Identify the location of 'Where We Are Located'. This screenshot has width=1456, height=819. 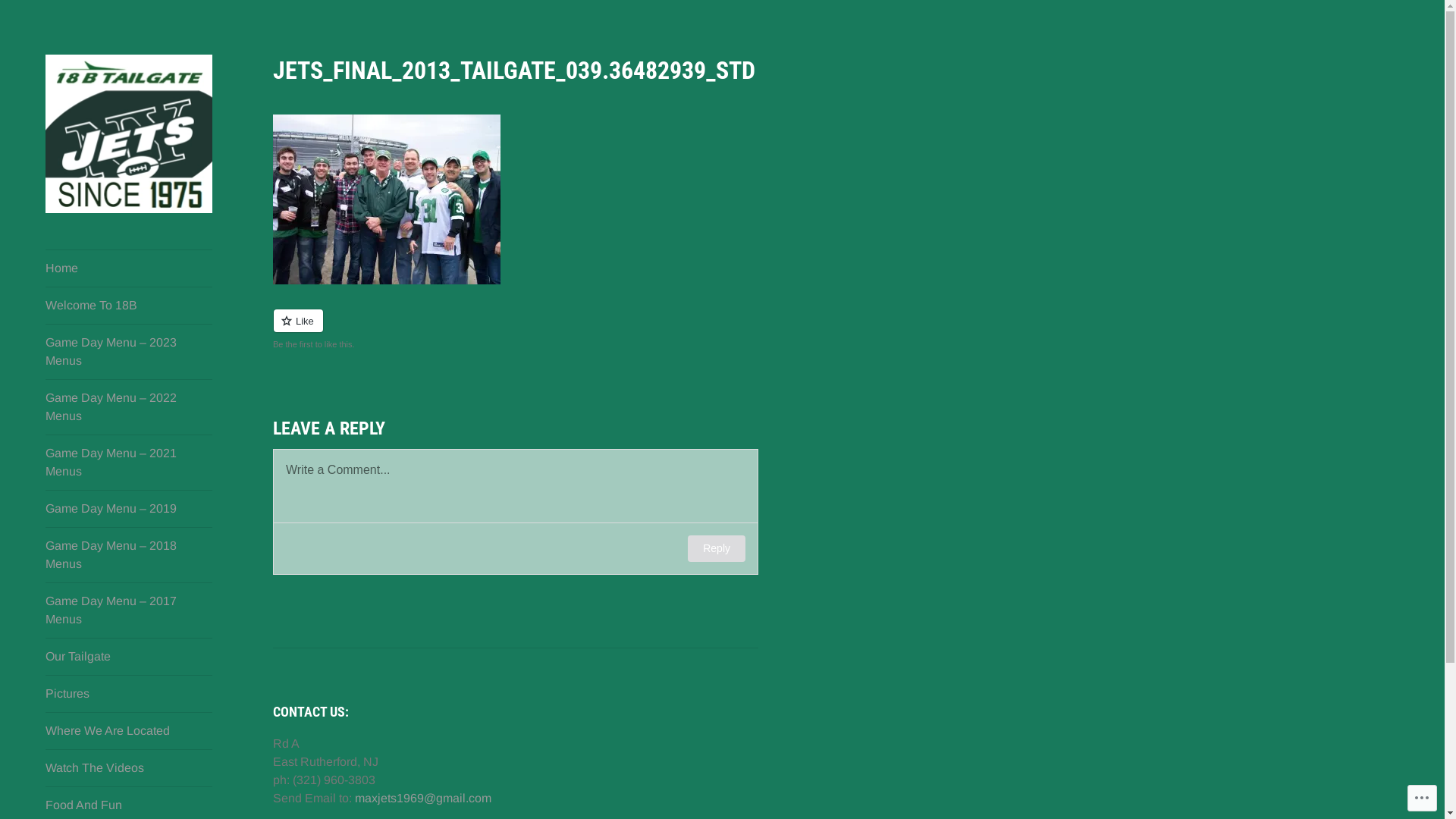
(45, 730).